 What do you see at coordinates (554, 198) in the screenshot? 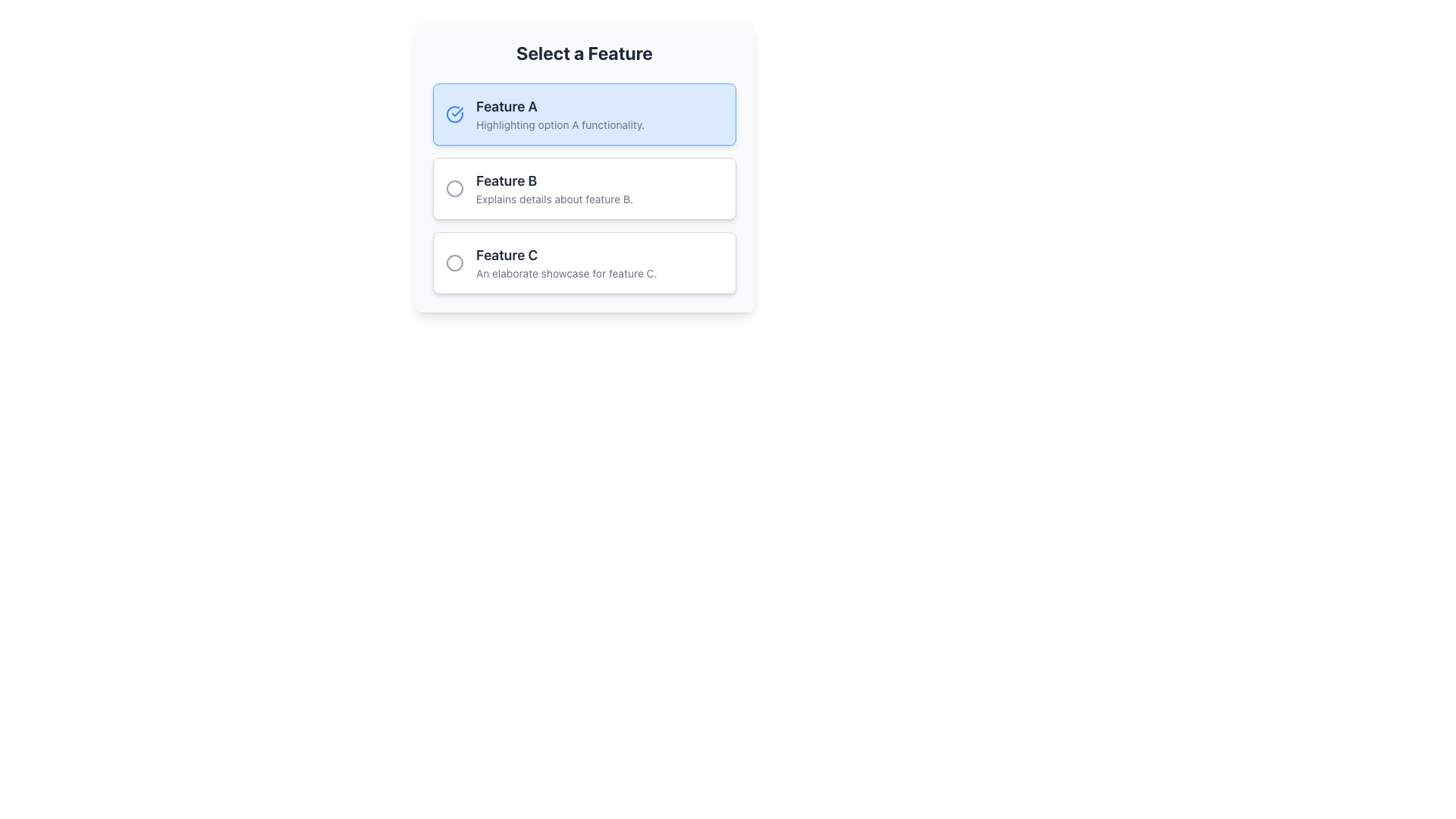
I see `the descriptive text located directly beneath the title 'Feature B' in the second selectable card to trigger any available tooltip` at bounding box center [554, 198].